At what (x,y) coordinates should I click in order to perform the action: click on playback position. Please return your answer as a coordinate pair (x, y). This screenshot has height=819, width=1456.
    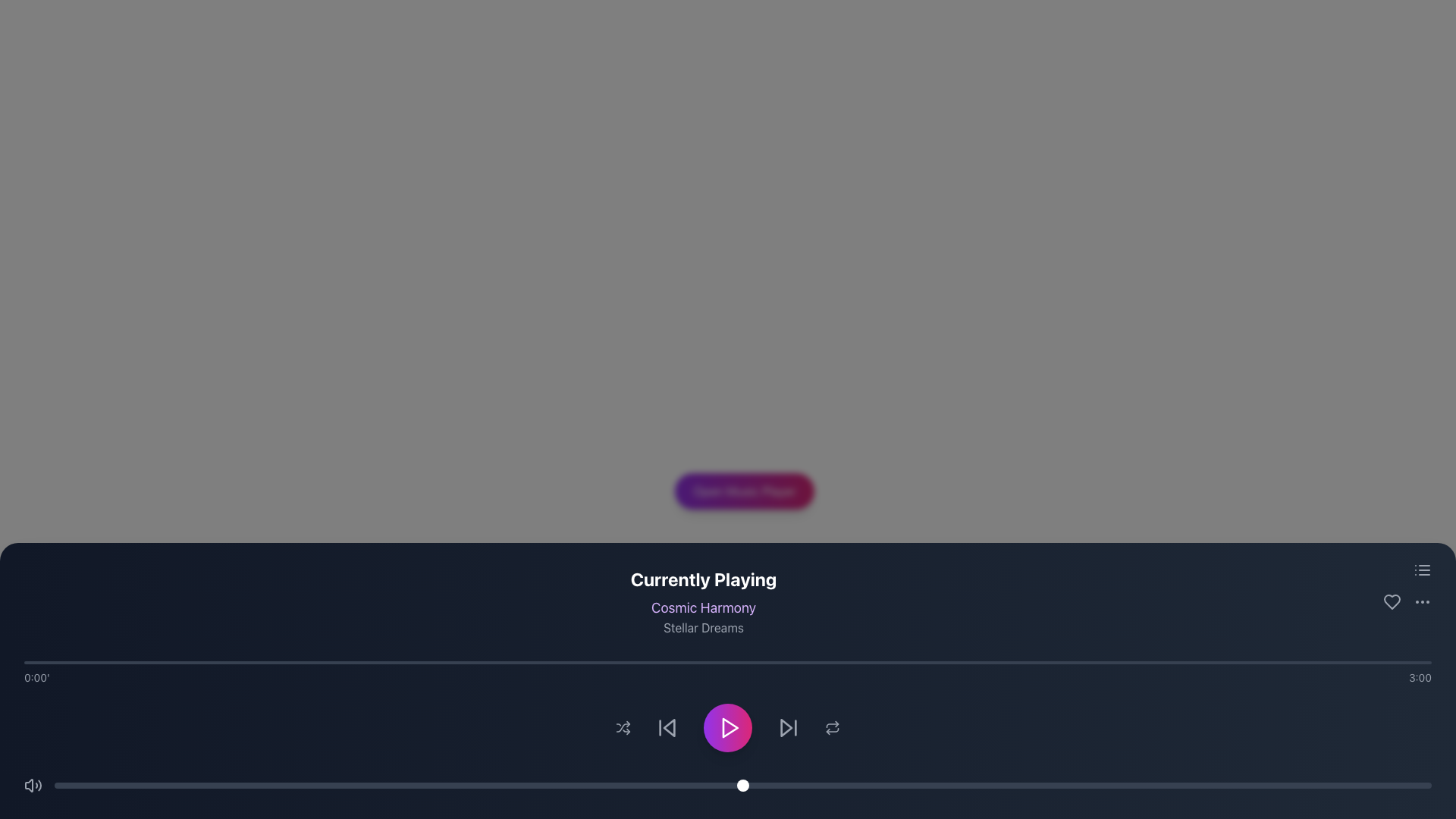
    Looking at the image, I should click on (259, 662).